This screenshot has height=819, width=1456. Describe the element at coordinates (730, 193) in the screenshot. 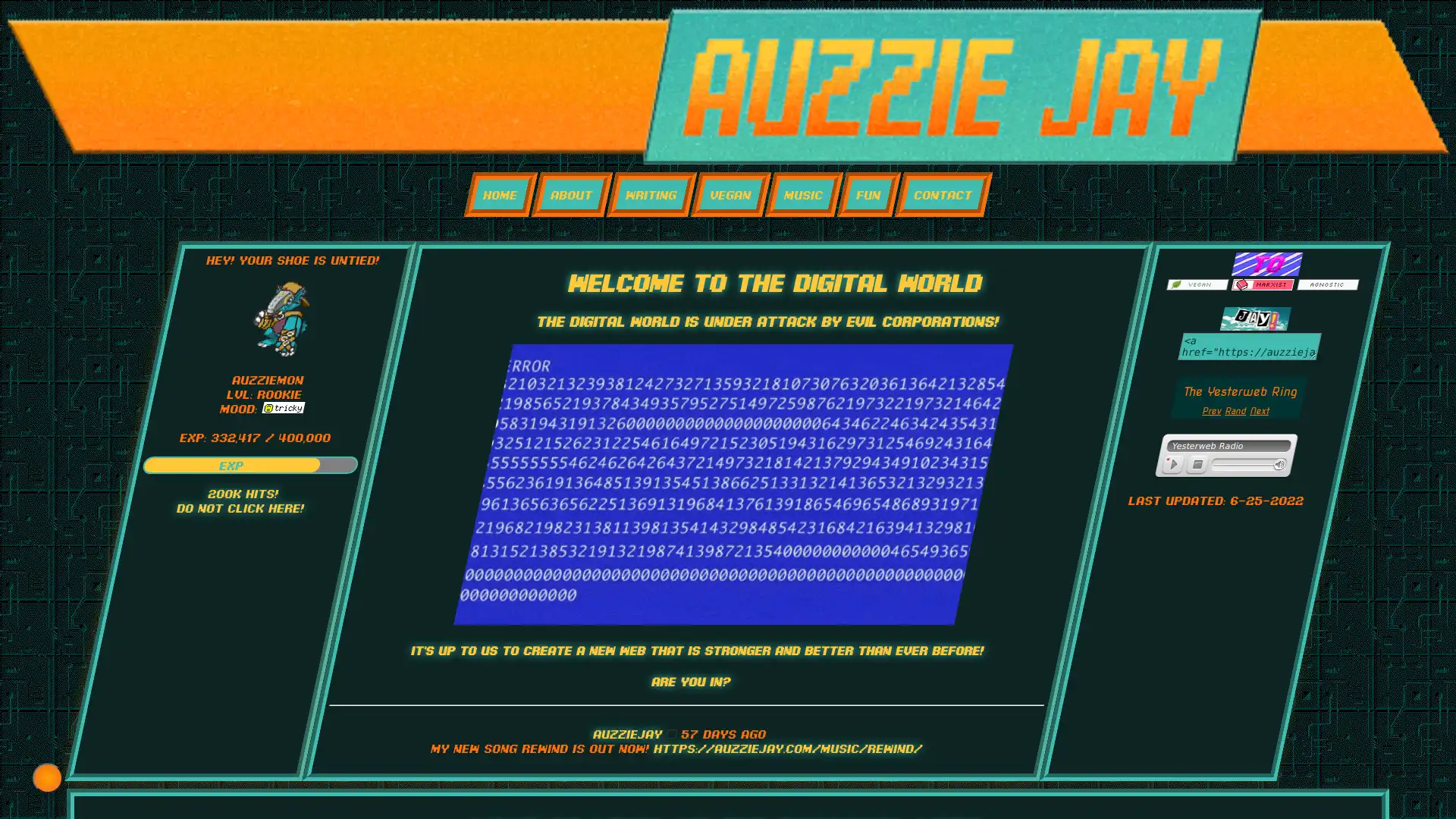

I see `VEGAN` at that location.